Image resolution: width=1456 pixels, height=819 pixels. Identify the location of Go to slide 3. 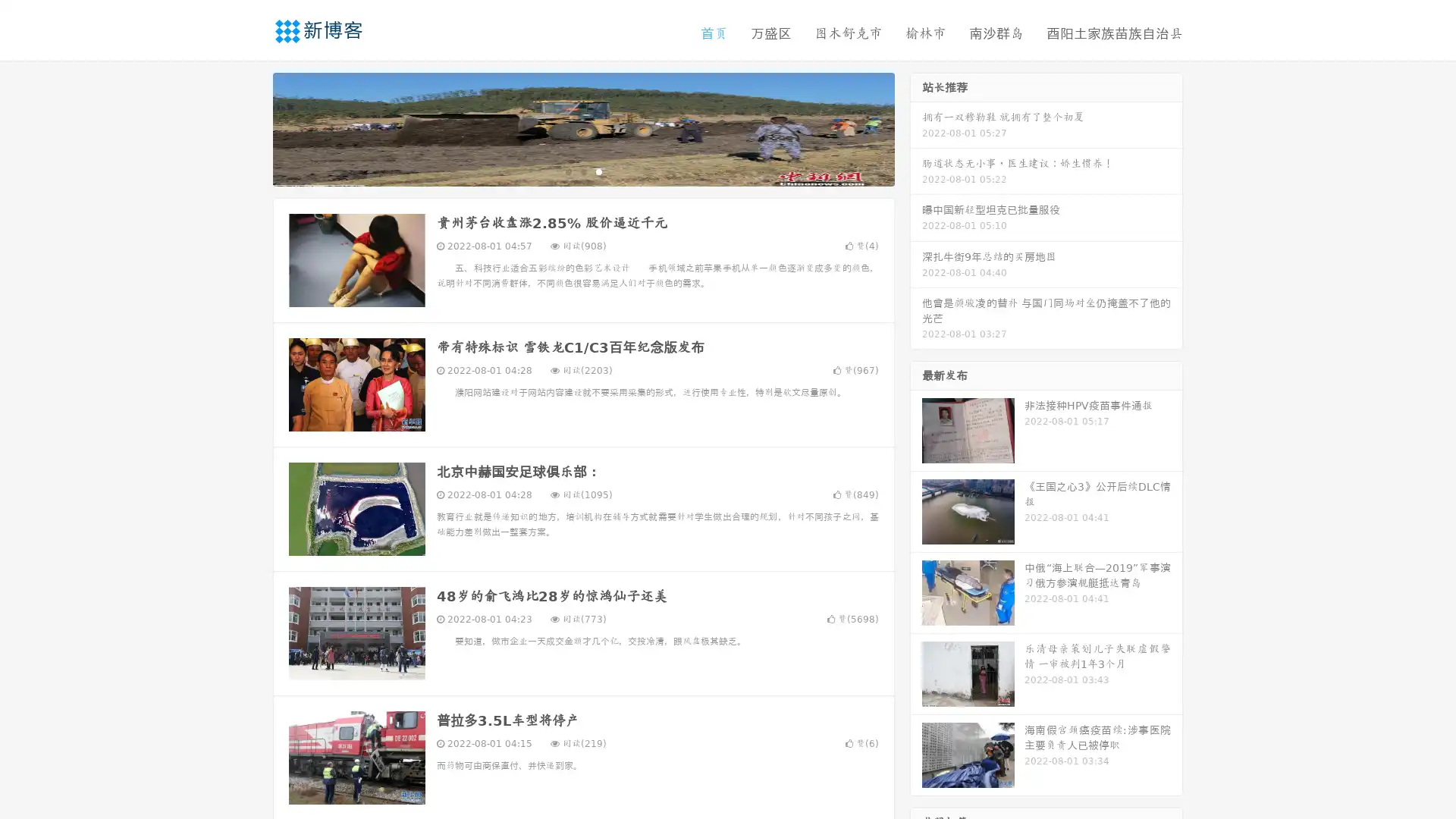
(598, 171).